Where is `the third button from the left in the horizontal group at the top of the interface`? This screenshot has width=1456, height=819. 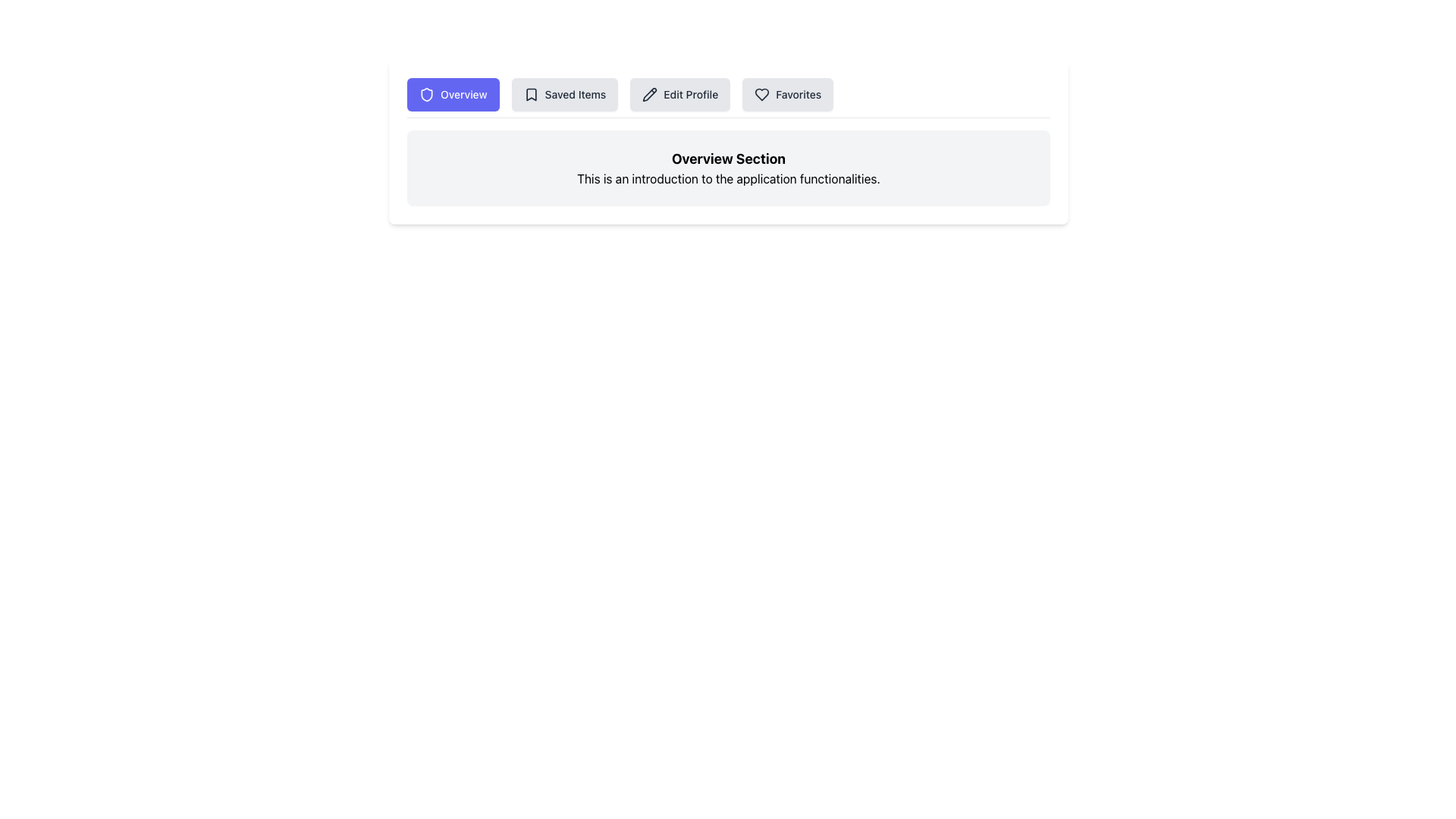 the third button from the left in the horizontal group at the top of the interface is located at coordinates (679, 94).